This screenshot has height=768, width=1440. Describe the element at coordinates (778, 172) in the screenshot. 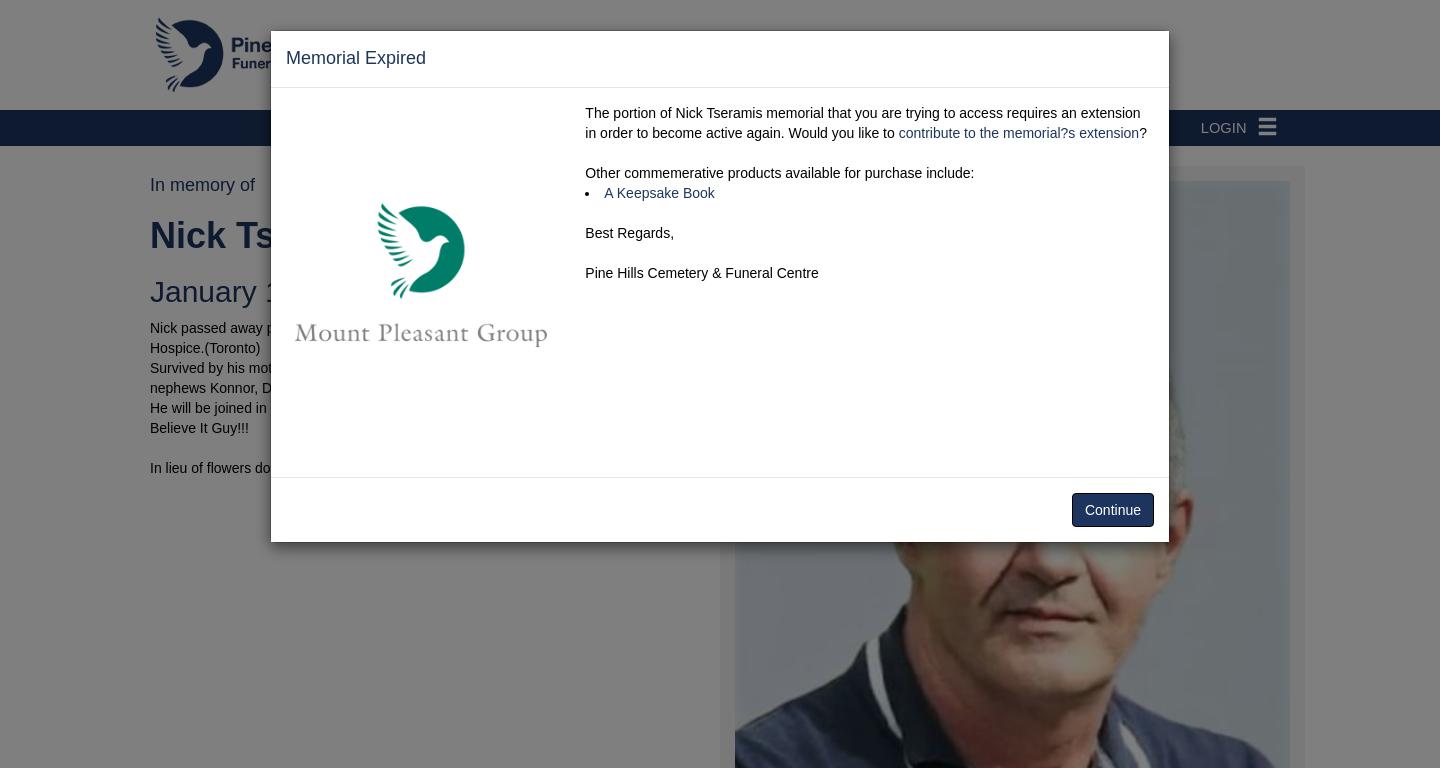

I see `'Other commemerative products available for purchase include:'` at that location.